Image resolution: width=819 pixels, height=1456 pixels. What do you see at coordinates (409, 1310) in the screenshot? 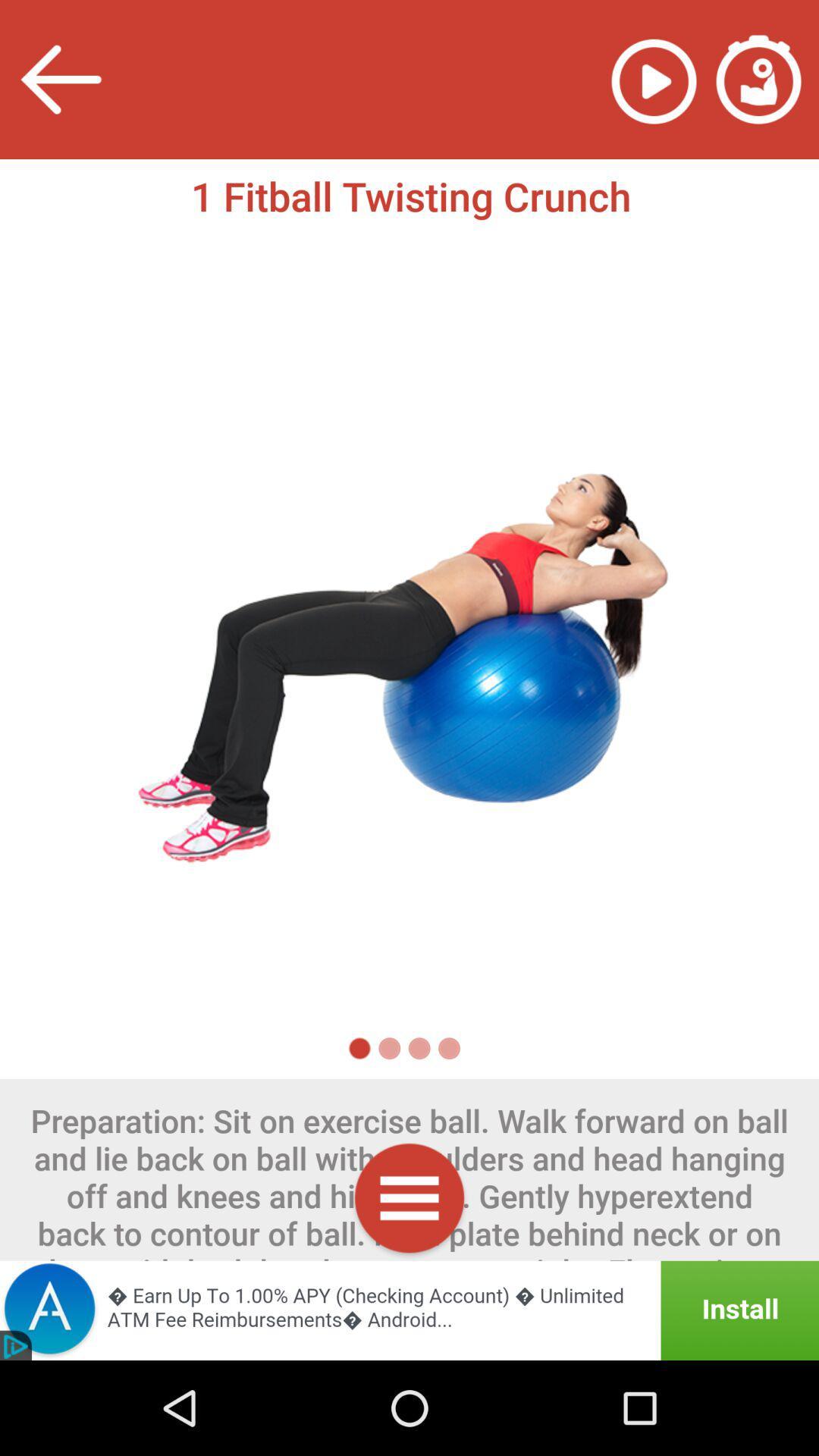
I see `open advertisement` at bounding box center [409, 1310].